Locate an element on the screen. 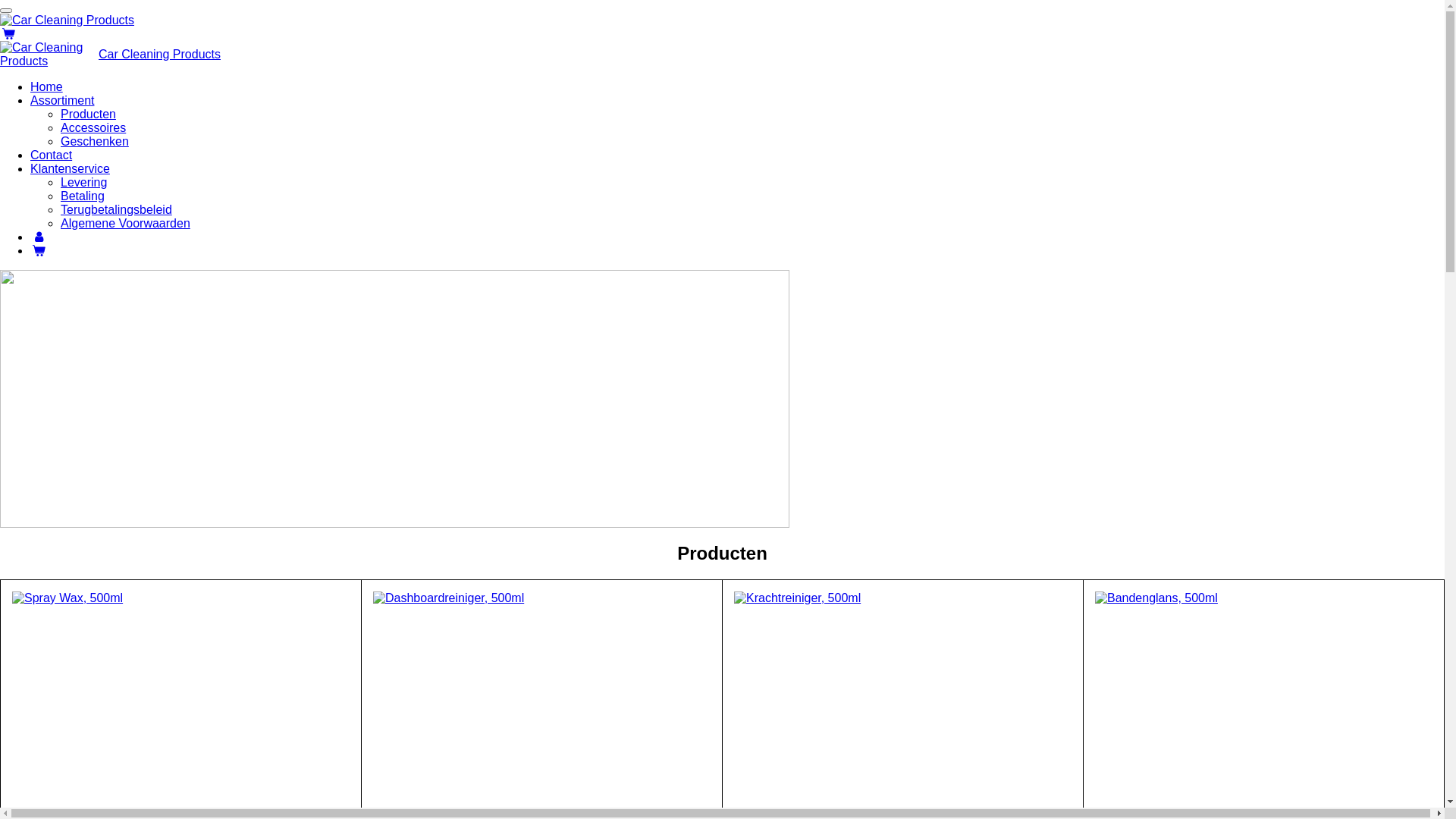  'Levering' is located at coordinates (83, 181).